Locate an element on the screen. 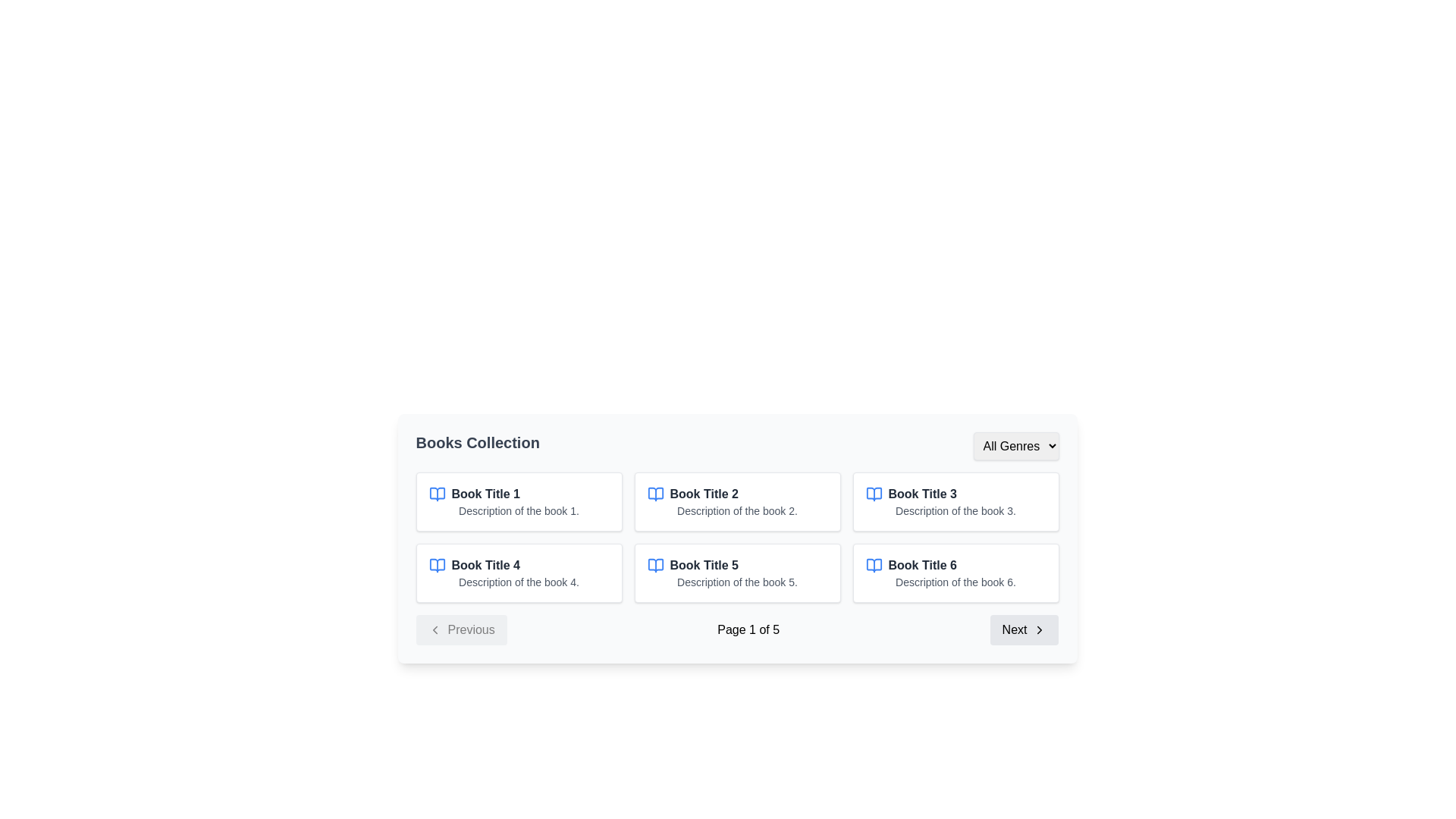 This screenshot has height=819, width=1456. the dropdown menu located in the upper-right corner of the 'Books Collection' section is located at coordinates (1015, 445).